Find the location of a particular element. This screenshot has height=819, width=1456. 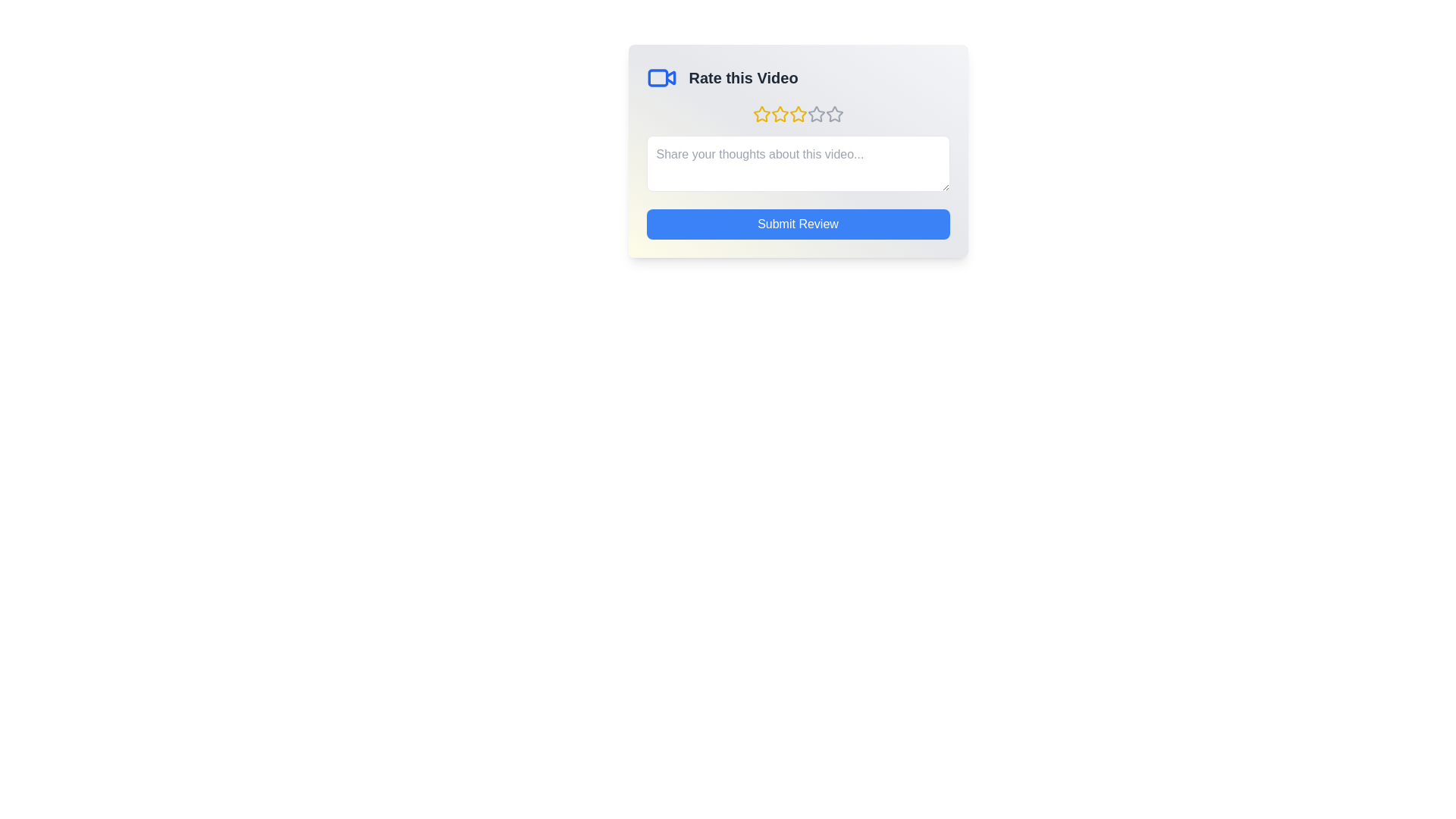

the star corresponding to 4 stars to preview the rating is located at coordinates (815, 113).